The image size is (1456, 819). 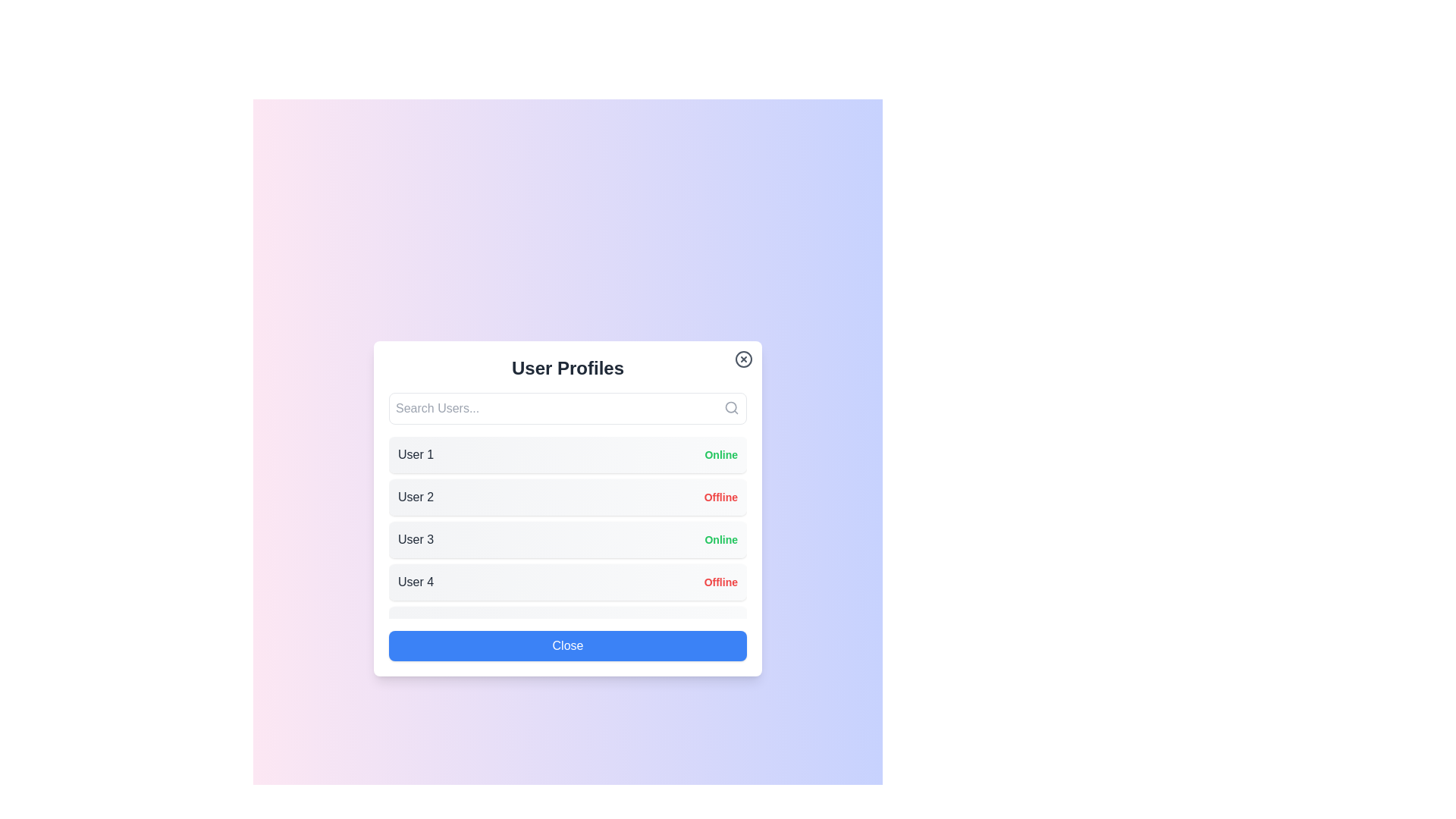 What do you see at coordinates (566, 646) in the screenshot?
I see `the button to close the dialog` at bounding box center [566, 646].